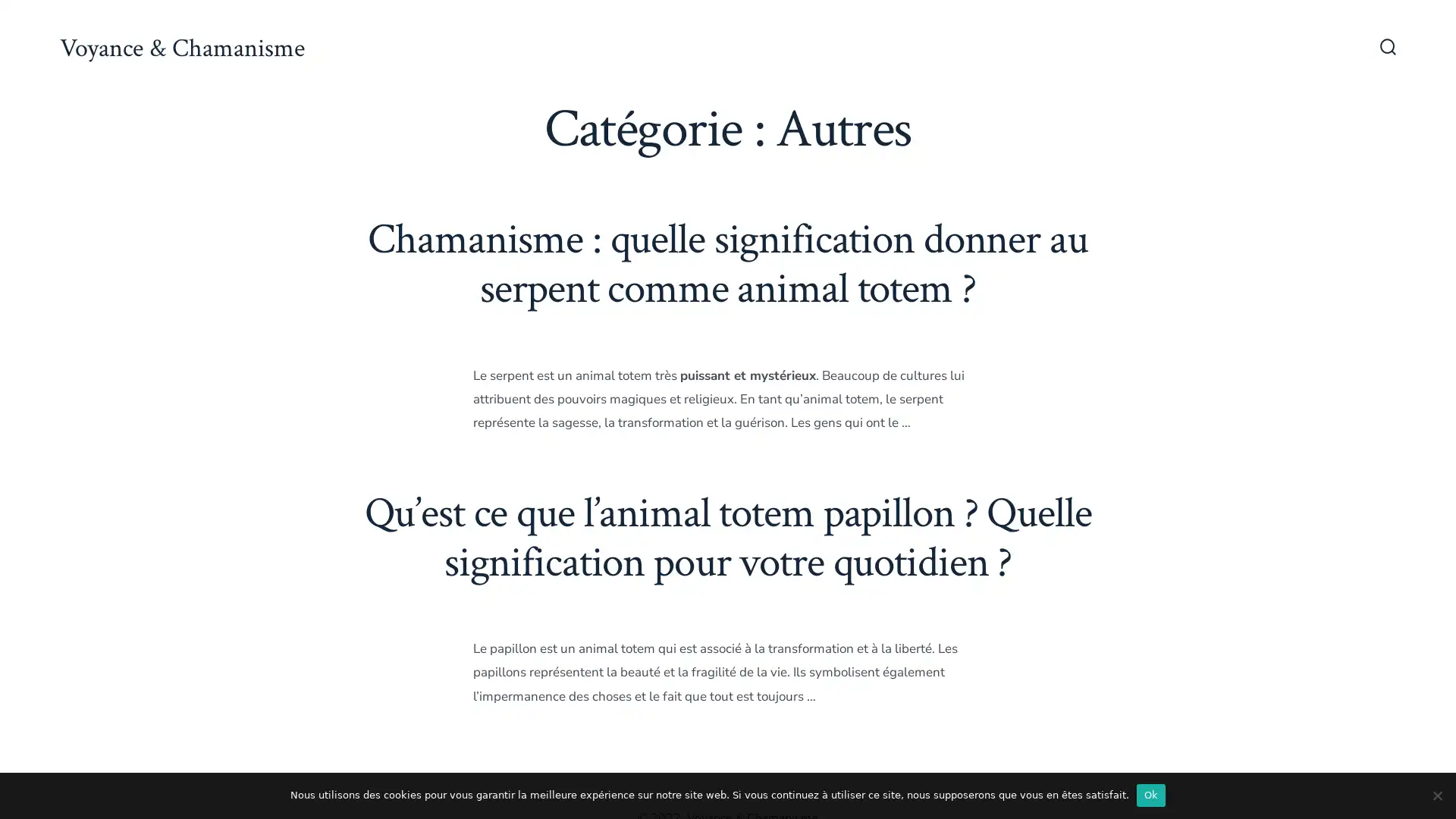 The height and width of the screenshot is (819, 1456). I want to click on Bascule Rechercher, so click(1387, 48).